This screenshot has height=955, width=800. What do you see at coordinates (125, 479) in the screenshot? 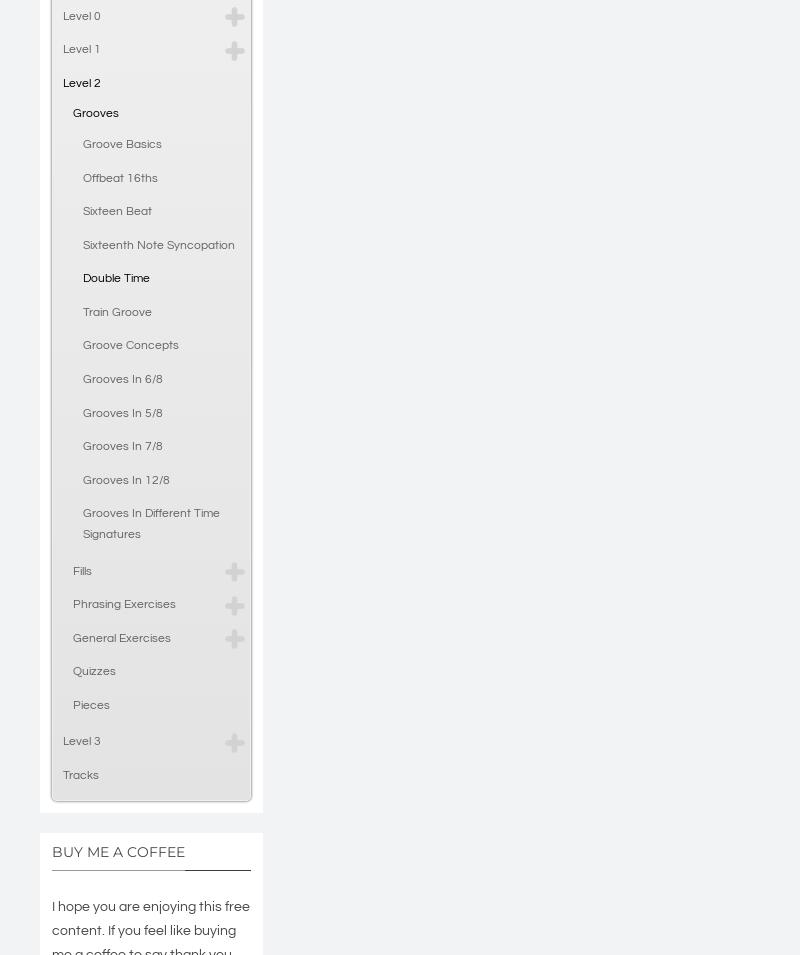
I see `'Grooves In 12/8'` at bounding box center [125, 479].